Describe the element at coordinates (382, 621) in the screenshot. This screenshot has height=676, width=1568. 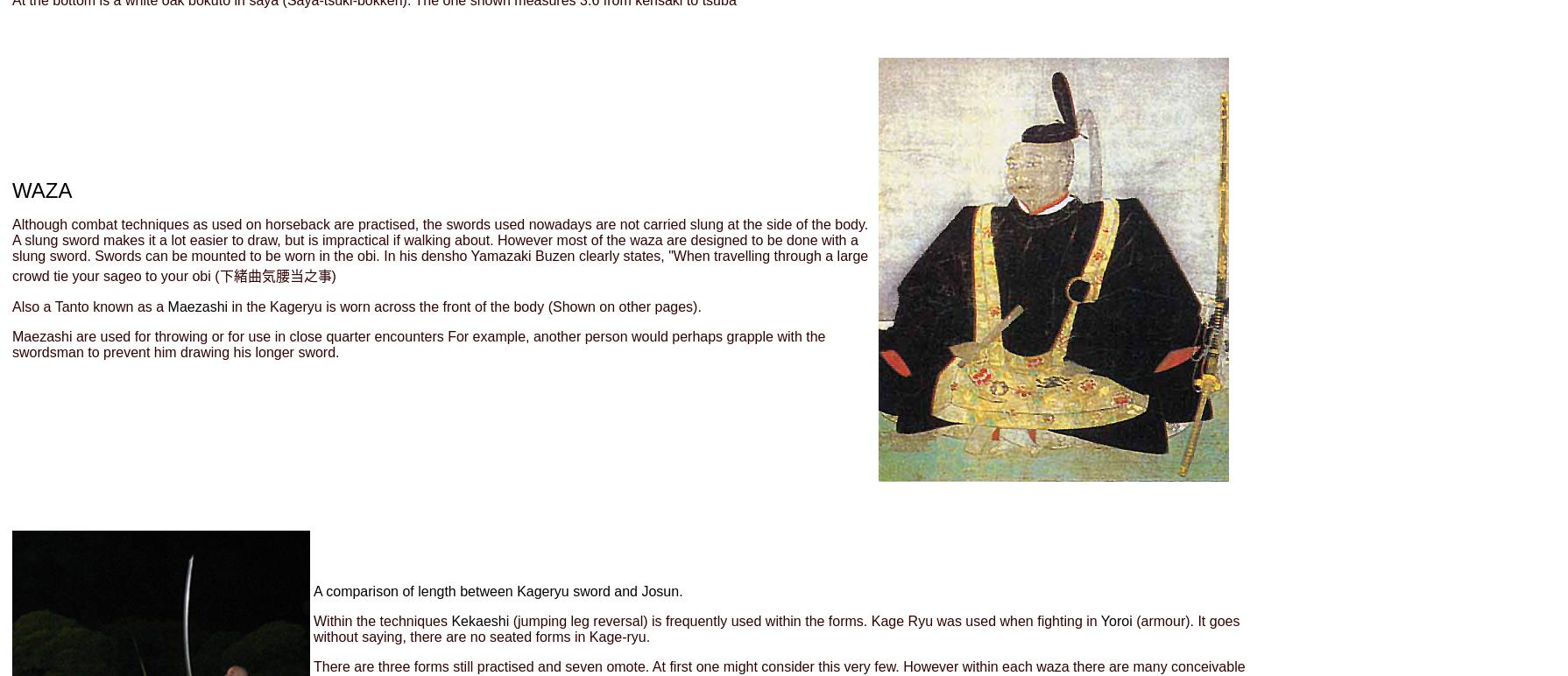
I see `'Within the techniques'` at that location.